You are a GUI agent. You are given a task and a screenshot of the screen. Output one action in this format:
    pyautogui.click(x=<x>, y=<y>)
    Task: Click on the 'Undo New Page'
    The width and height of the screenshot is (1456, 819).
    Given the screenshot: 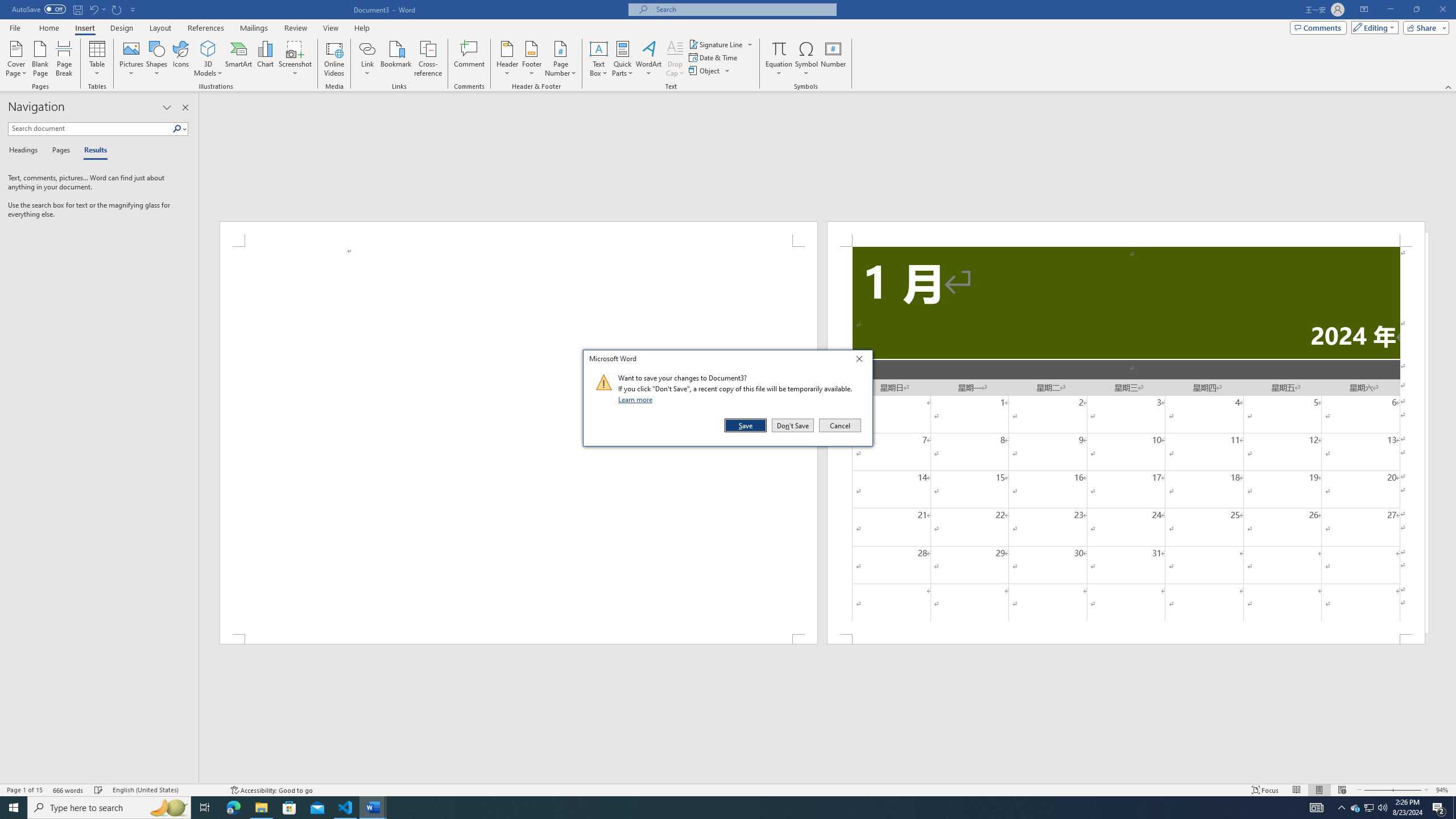 What is the action you would take?
    pyautogui.click(x=97, y=9)
    